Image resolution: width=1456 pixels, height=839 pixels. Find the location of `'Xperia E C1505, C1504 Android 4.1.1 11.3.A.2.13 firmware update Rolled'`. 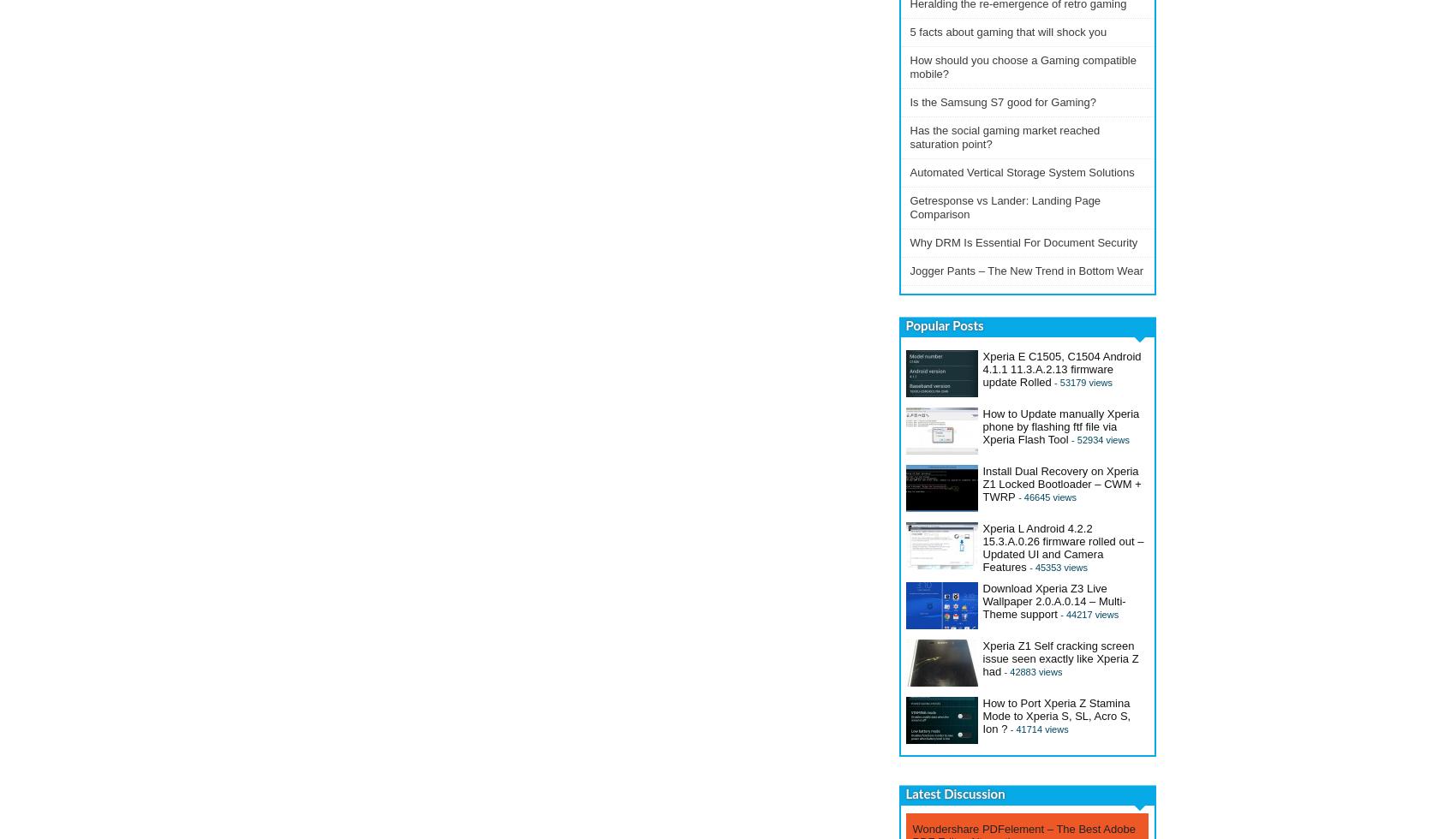

'Xperia E C1505, C1504 Android 4.1.1 11.3.A.2.13 firmware update Rolled' is located at coordinates (1060, 369).